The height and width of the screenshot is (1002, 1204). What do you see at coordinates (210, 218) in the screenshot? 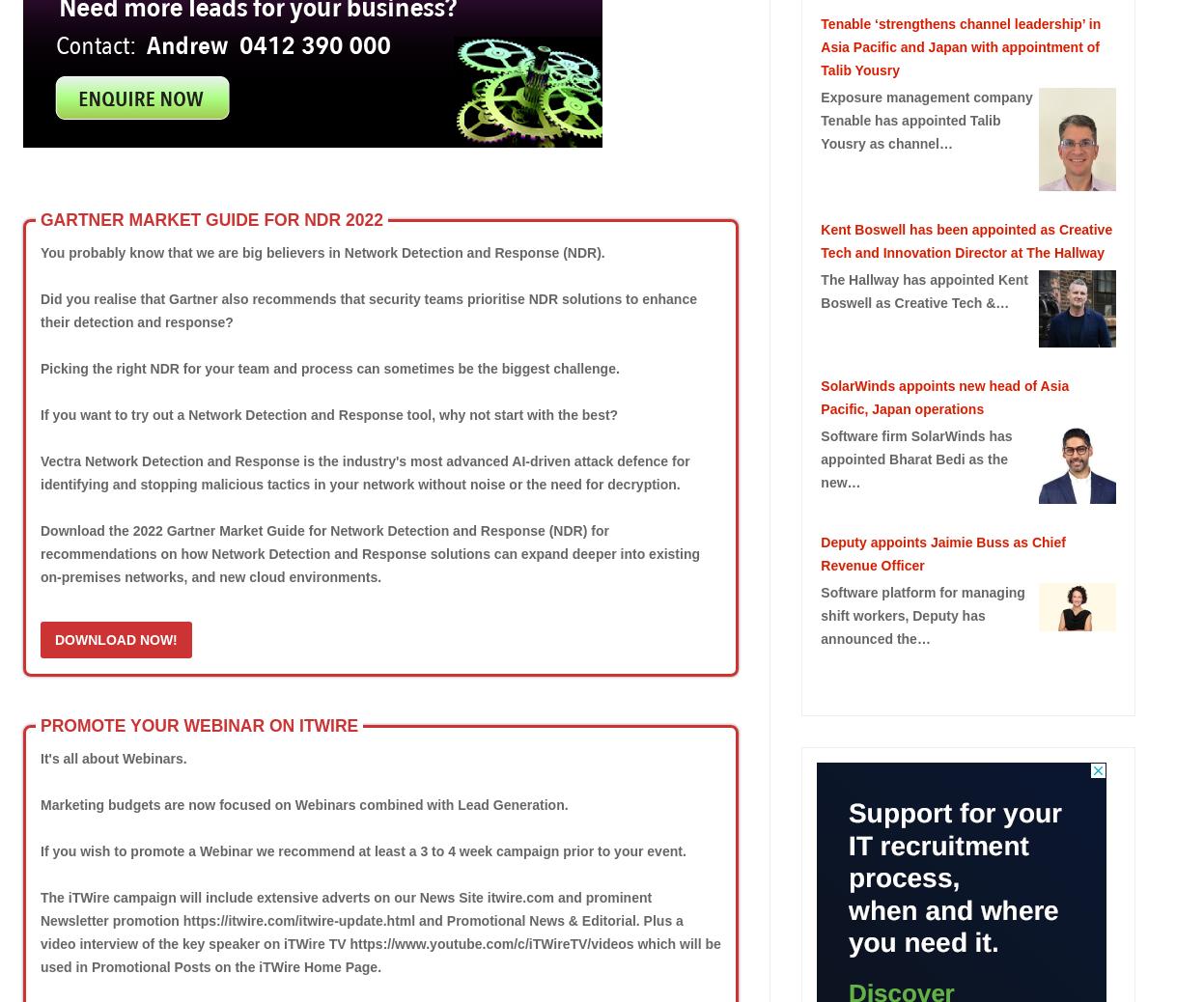
I see `'GARTNER MARKET GUIDE FOR NDR 2022'` at bounding box center [210, 218].